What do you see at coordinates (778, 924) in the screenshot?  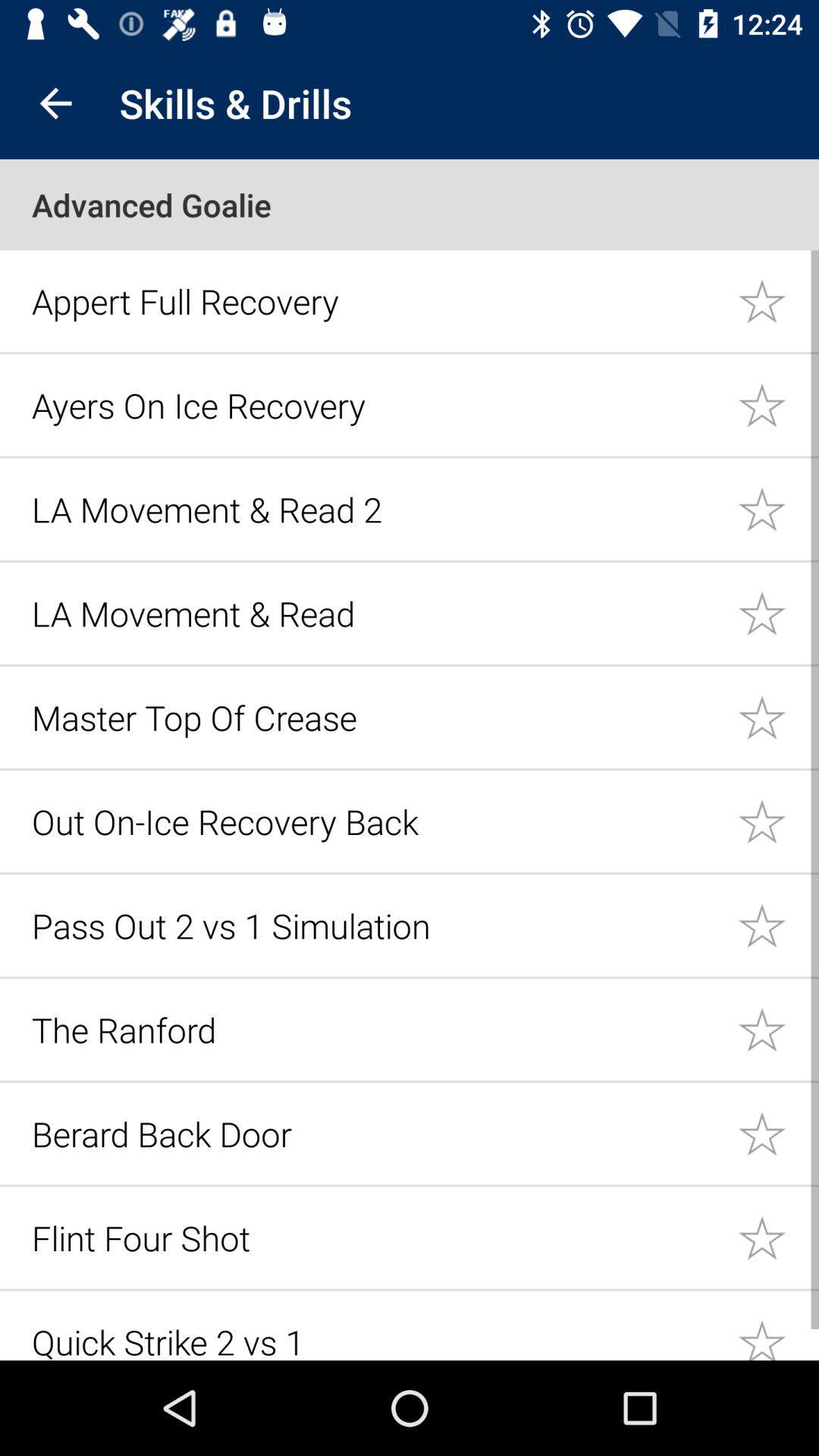 I see `symbol which is right to simulation` at bounding box center [778, 924].